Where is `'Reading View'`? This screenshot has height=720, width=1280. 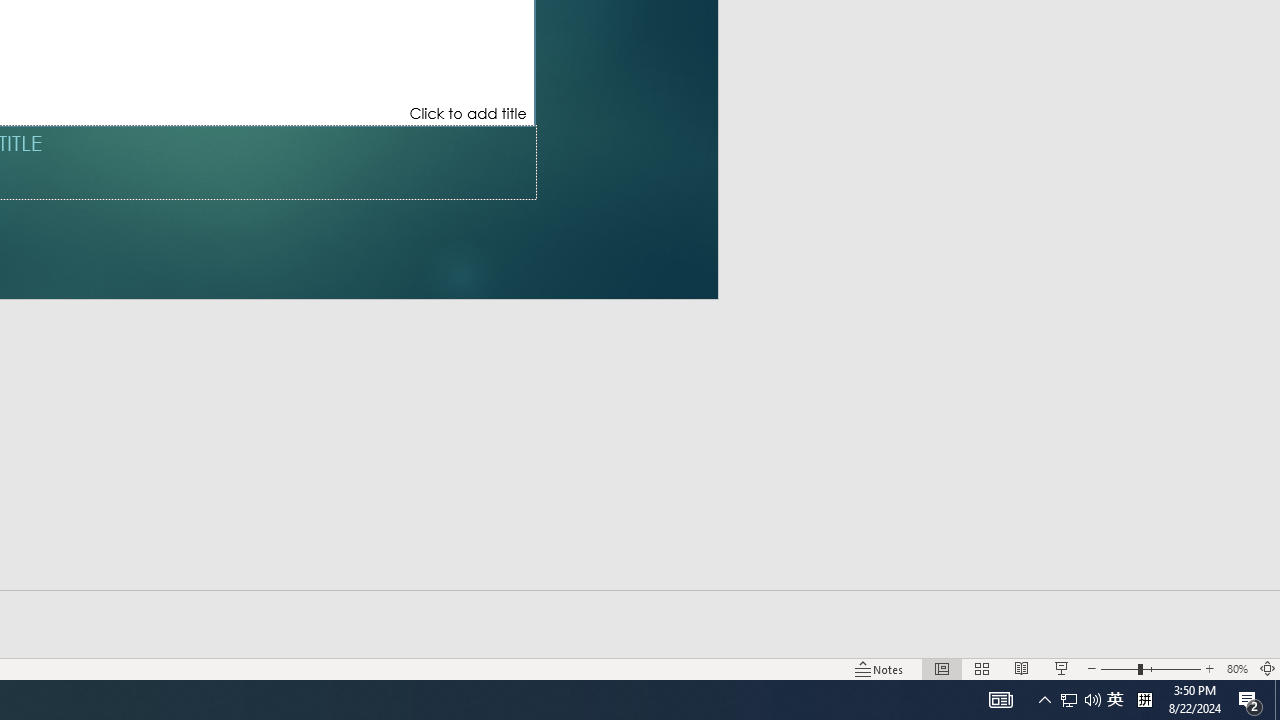 'Reading View' is located at coordinates (1022, 669).